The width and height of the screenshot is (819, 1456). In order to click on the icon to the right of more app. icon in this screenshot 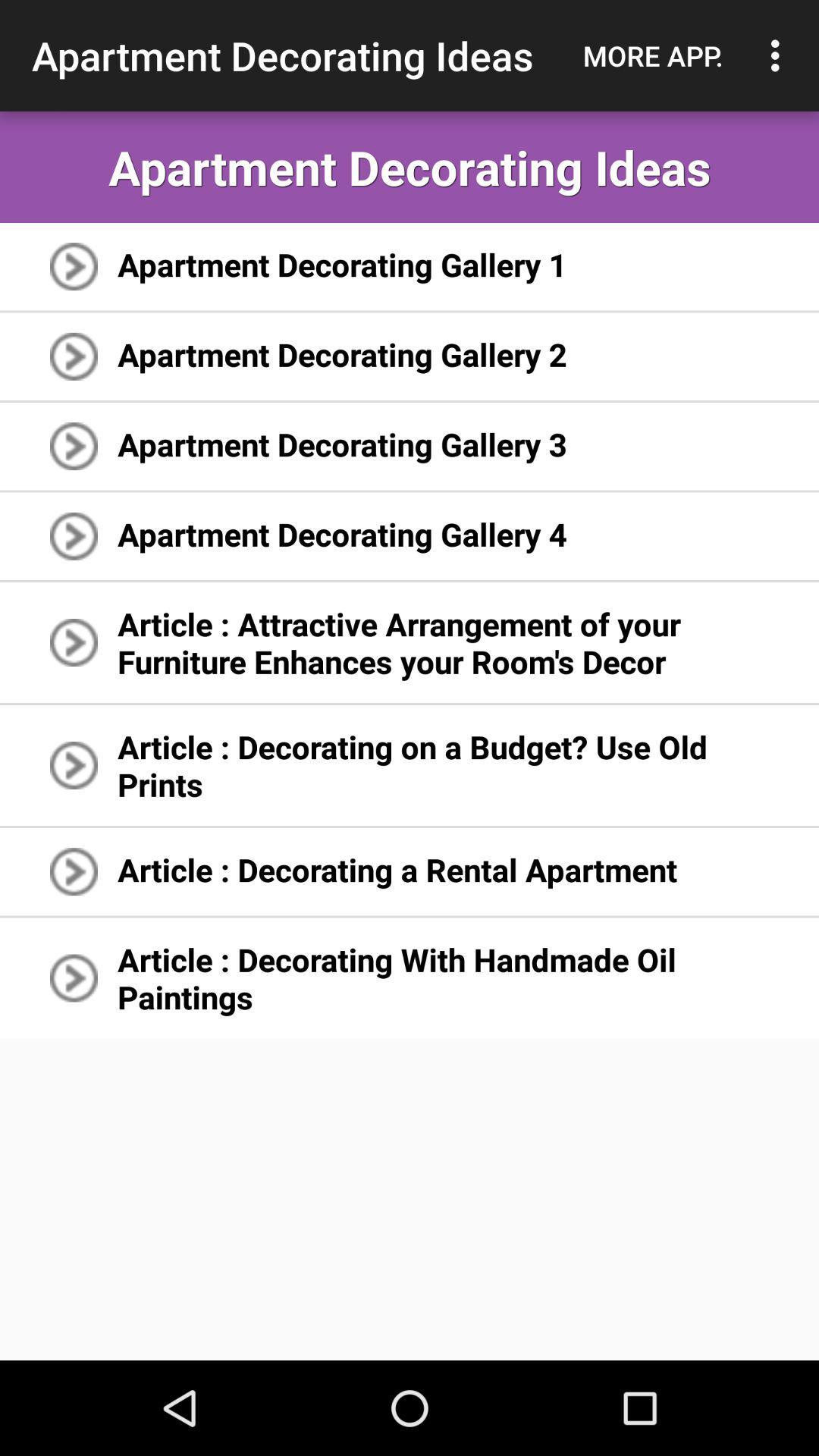, I will do `click(779, 55)`.